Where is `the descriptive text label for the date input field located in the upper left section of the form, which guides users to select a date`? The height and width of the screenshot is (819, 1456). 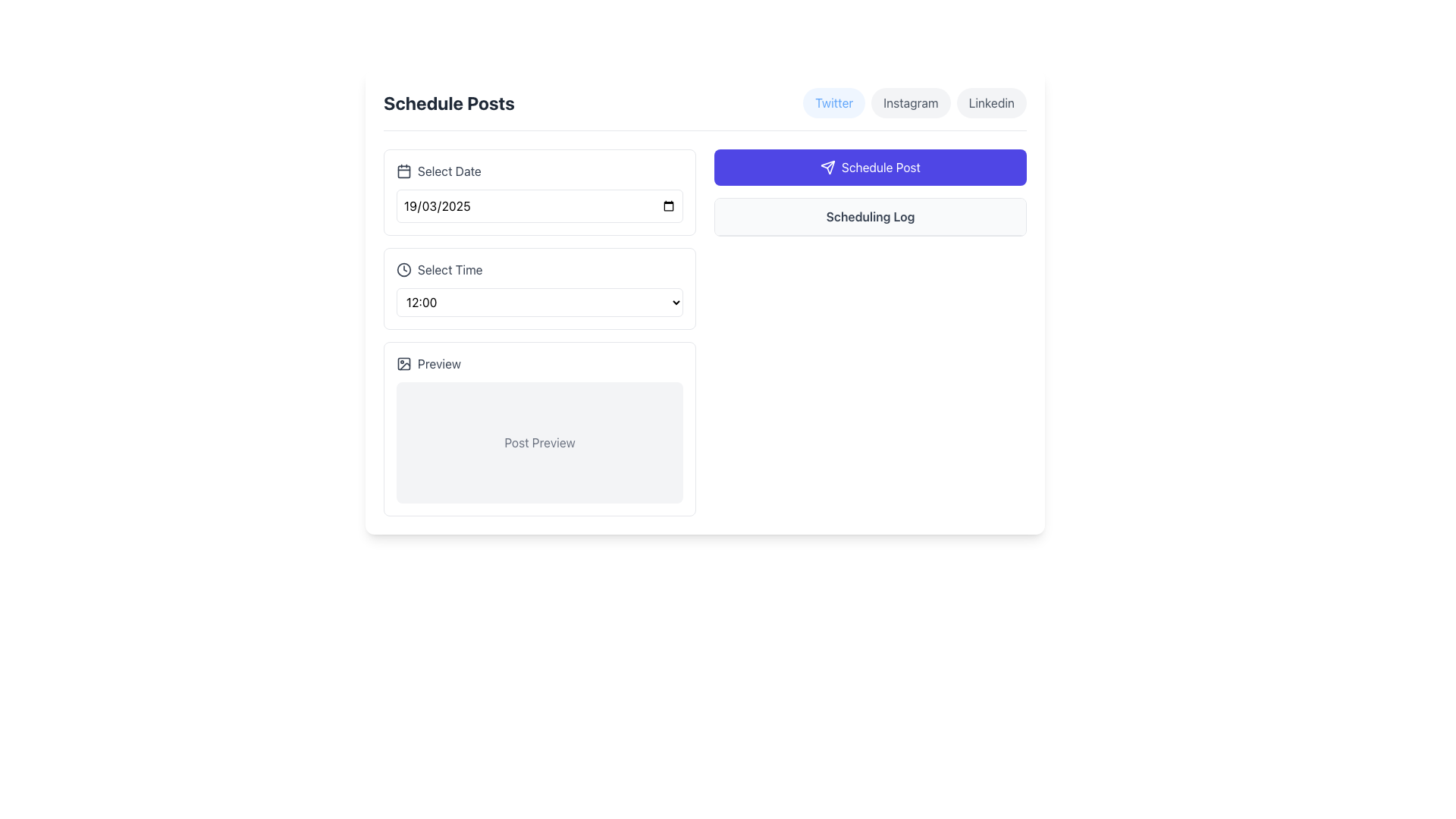
the descriptive text label for the date input field located in the upper left section of the form, which guides users to select a date is located at coordinates (448, 171).